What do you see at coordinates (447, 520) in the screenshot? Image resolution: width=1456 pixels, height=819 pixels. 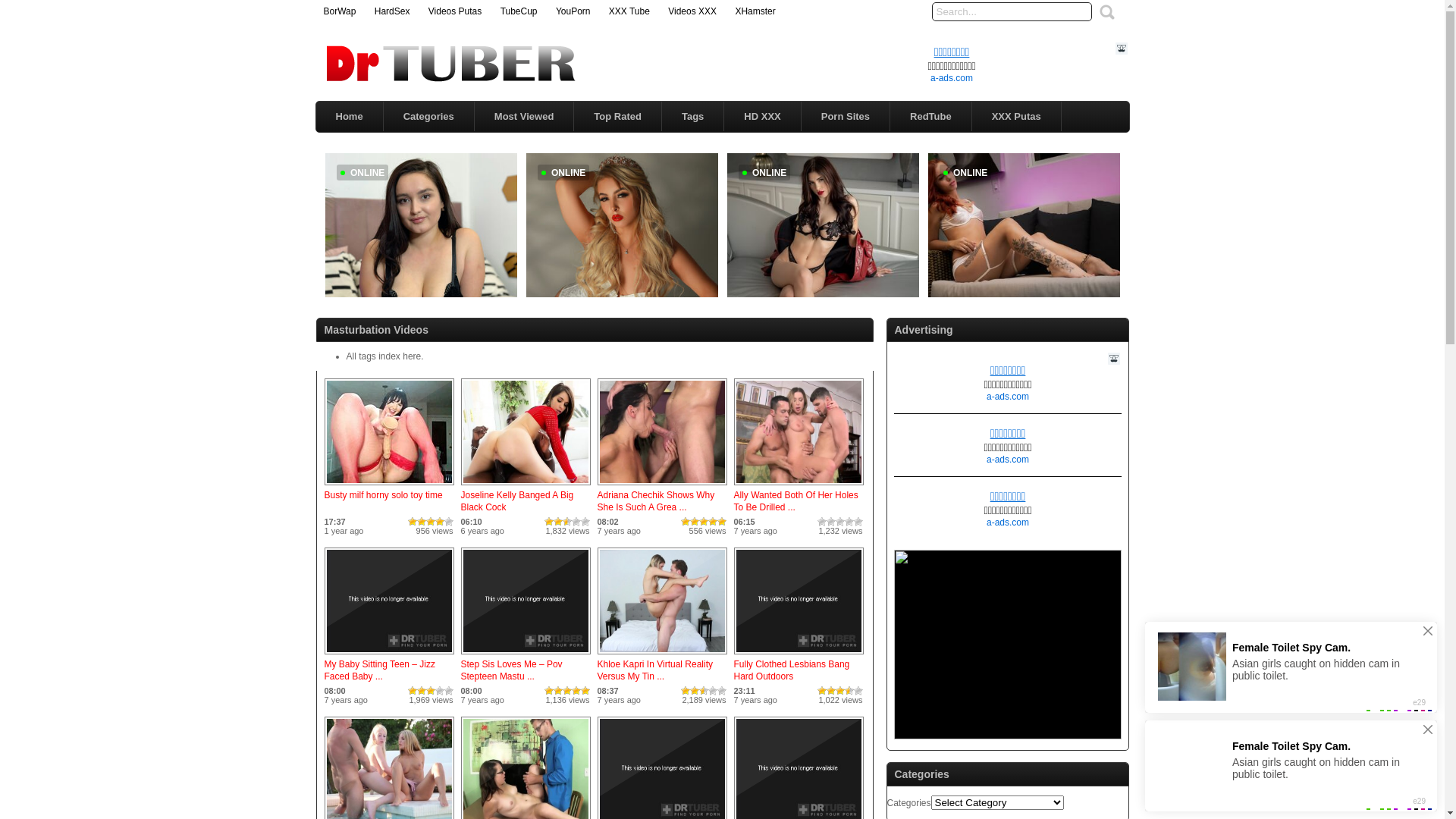 I see `'5 Stars'` at bounding box center [447, 520].